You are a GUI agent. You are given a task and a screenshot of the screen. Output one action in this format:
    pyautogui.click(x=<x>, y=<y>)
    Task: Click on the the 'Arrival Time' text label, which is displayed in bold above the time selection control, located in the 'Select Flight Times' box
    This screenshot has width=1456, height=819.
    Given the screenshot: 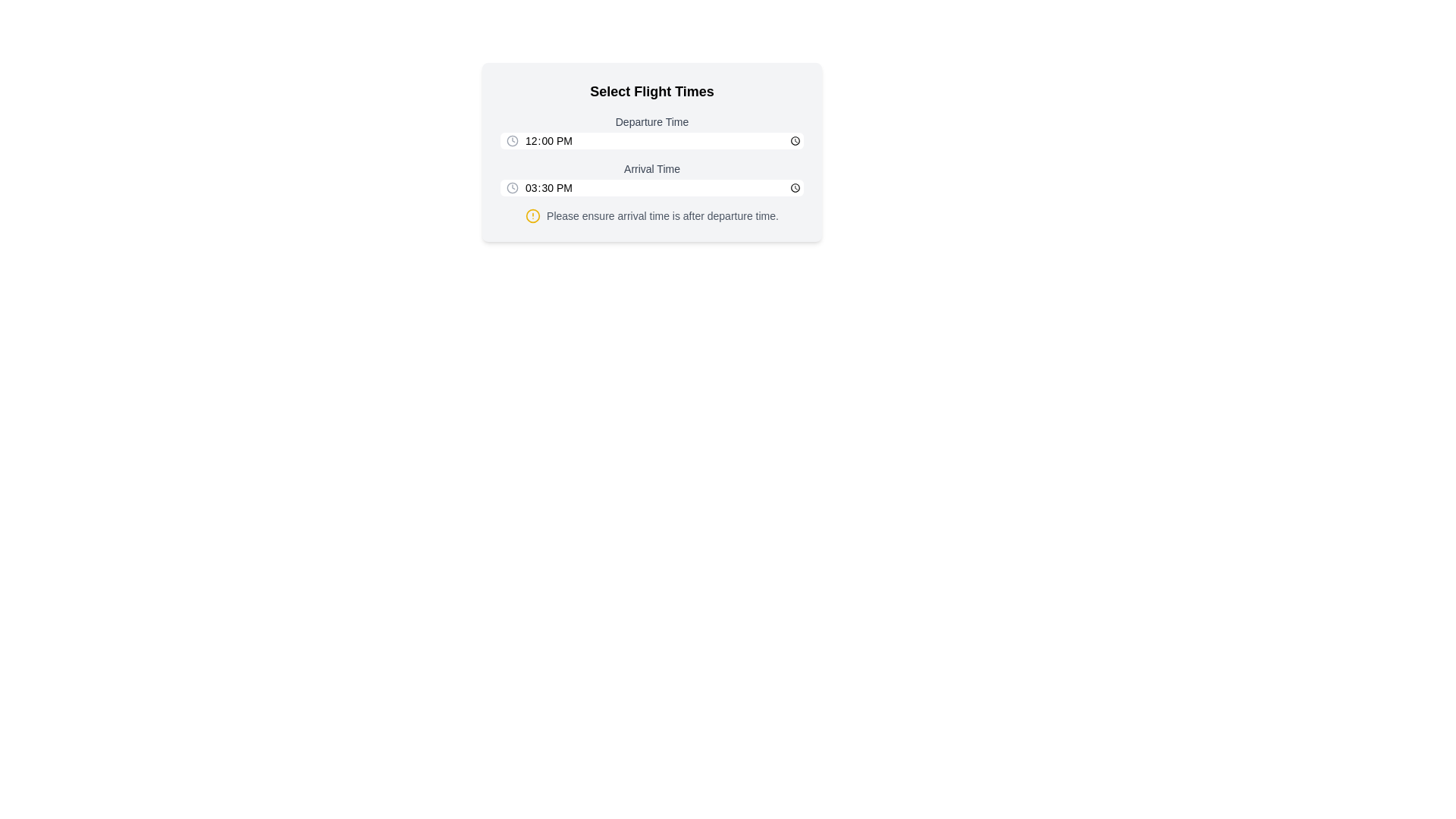 What is the action you would take?
    pyautogui.click(x=651, y=177)
    